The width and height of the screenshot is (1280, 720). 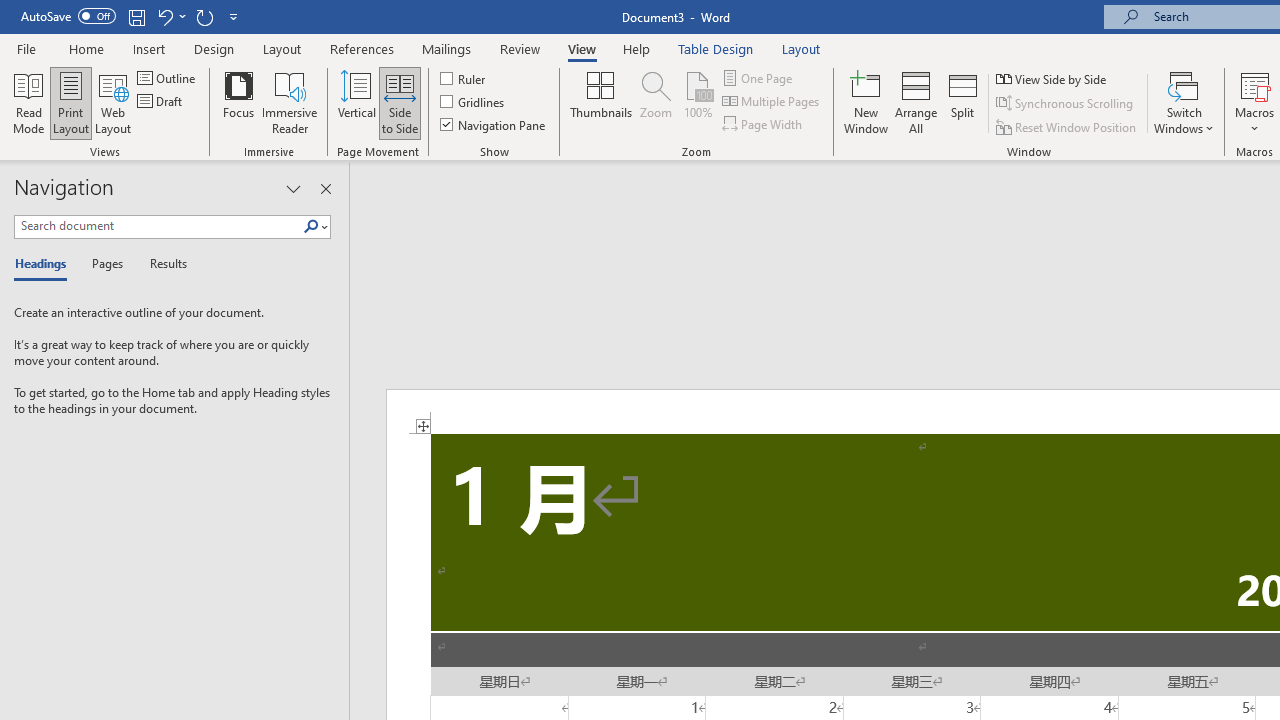 I want to click on 'Split', so click(x=963, y=103).